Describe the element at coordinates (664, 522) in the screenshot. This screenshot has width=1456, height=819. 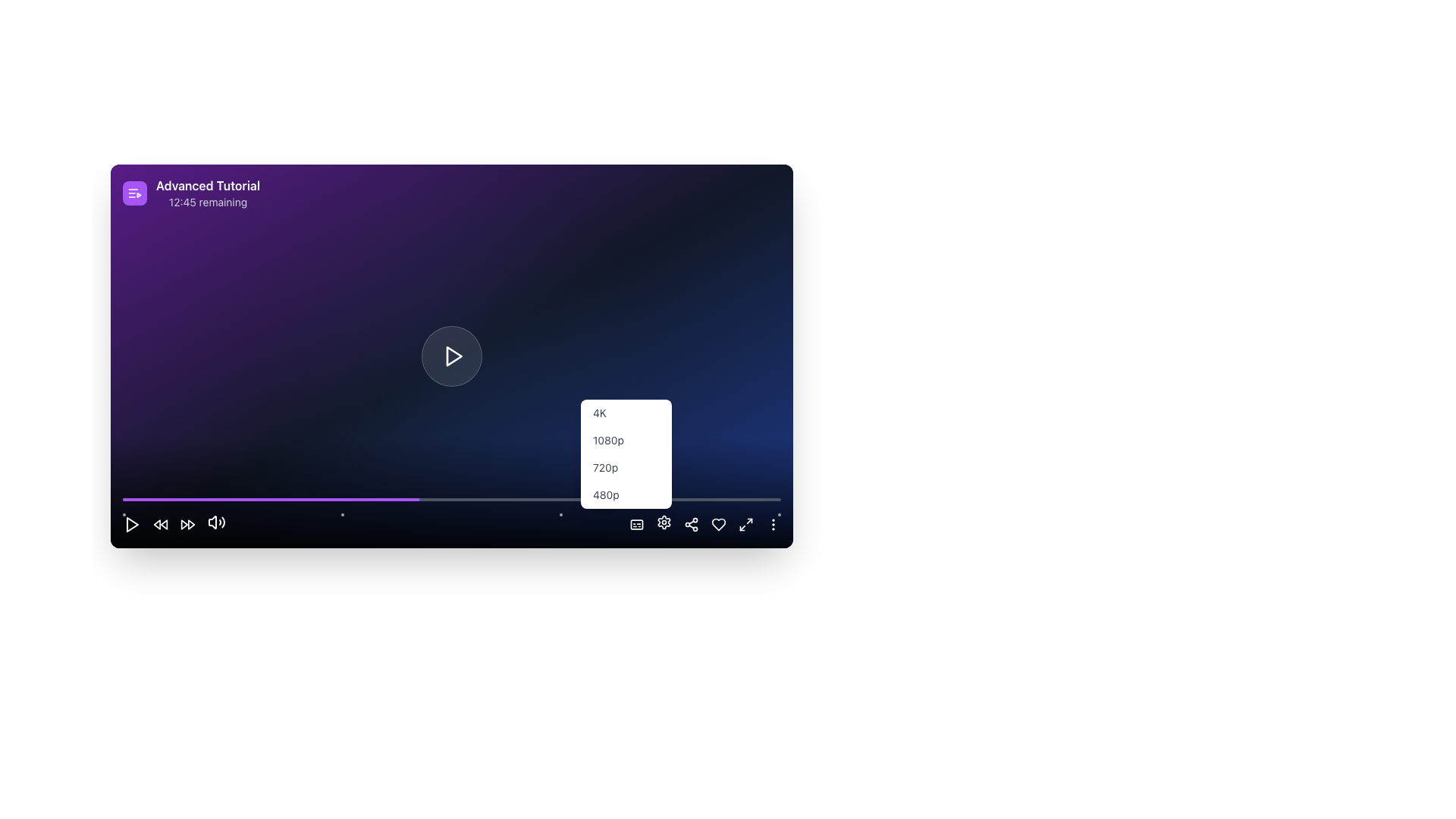
I see `the Settings Cogwheel icon located in the rightmost section of the bottom control bar` at that location.